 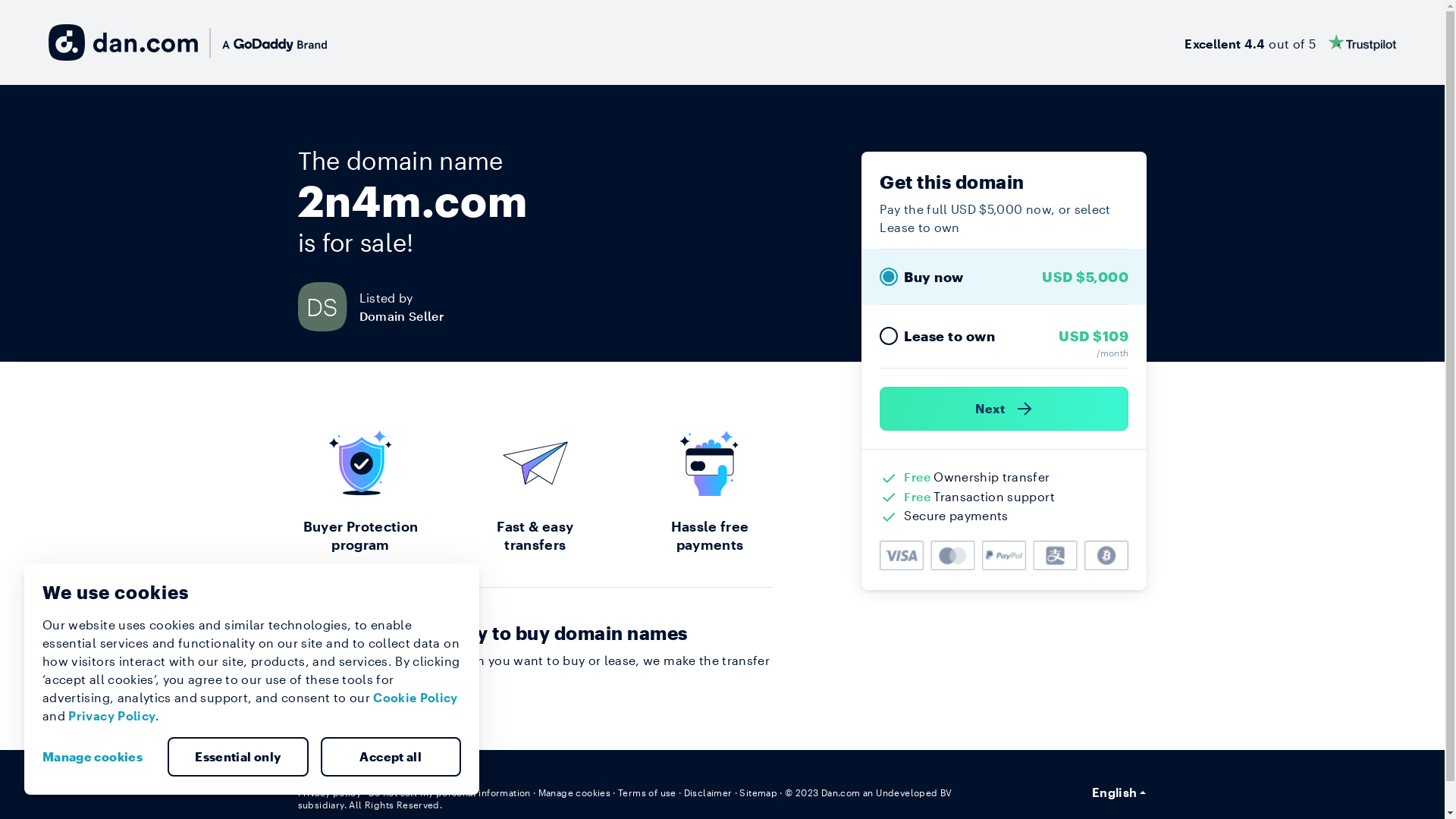 What do you see at coordinates (390, 757) in the screenshot?
I see `'Accept all'` at bounding box center [390, 757].